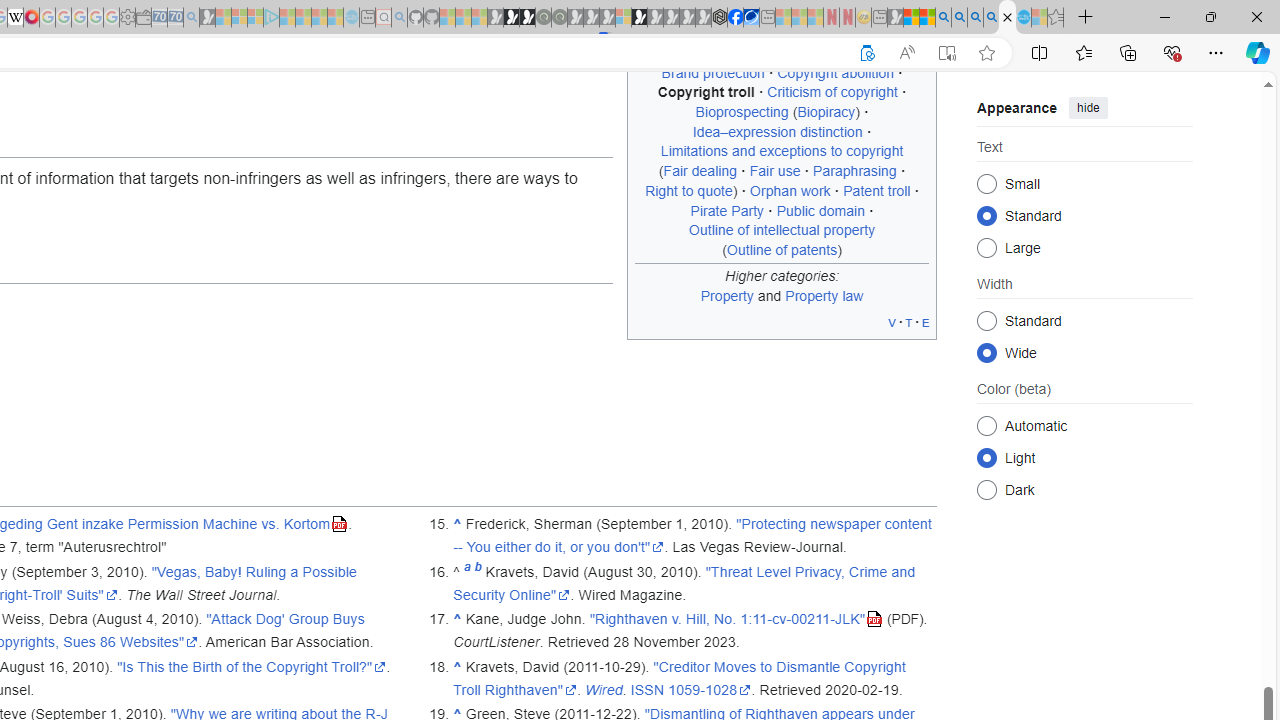 Image resolution: width=1280 pixels, height=720 pixels. Describe the element at coordinates (32, 17) in the screenshot. I see `'MediaWiki'` at that location.